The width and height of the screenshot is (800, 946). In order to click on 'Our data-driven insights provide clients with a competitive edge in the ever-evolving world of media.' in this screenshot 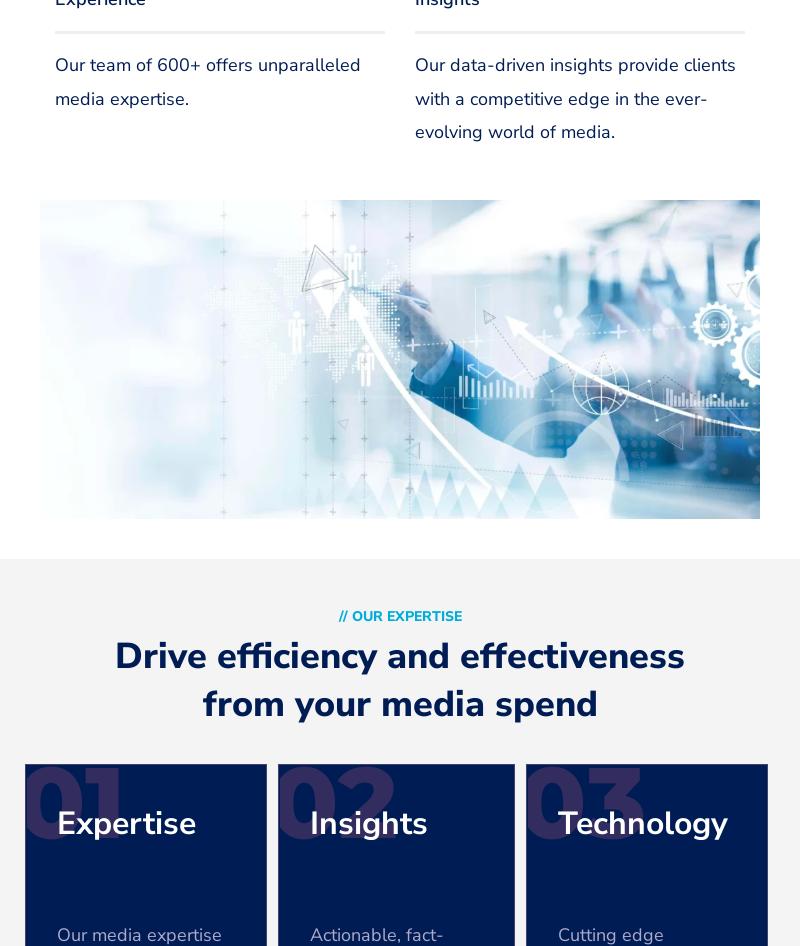, I will do `click(574, 97)`.